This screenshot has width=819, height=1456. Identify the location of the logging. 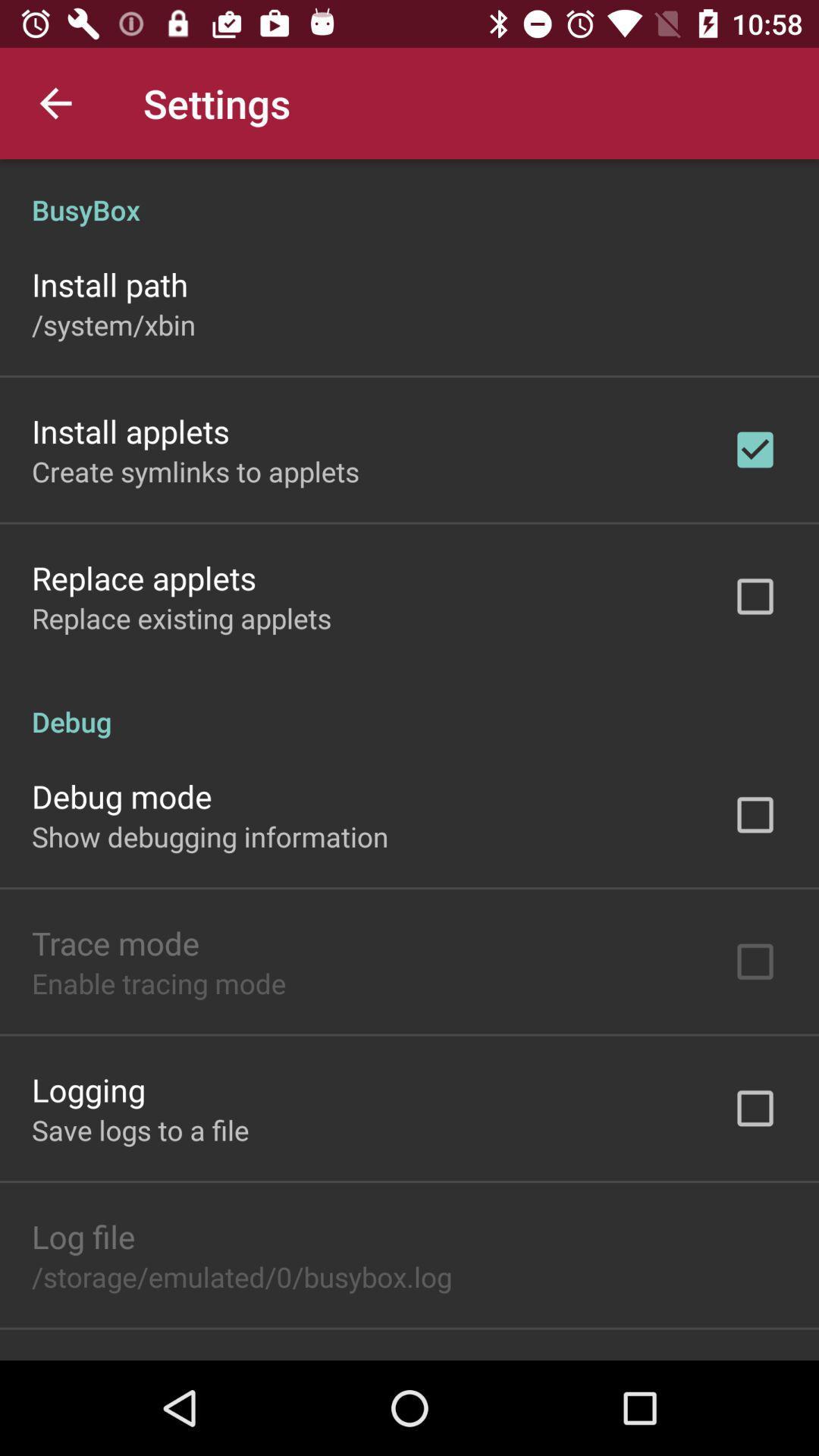
(88, 1088).